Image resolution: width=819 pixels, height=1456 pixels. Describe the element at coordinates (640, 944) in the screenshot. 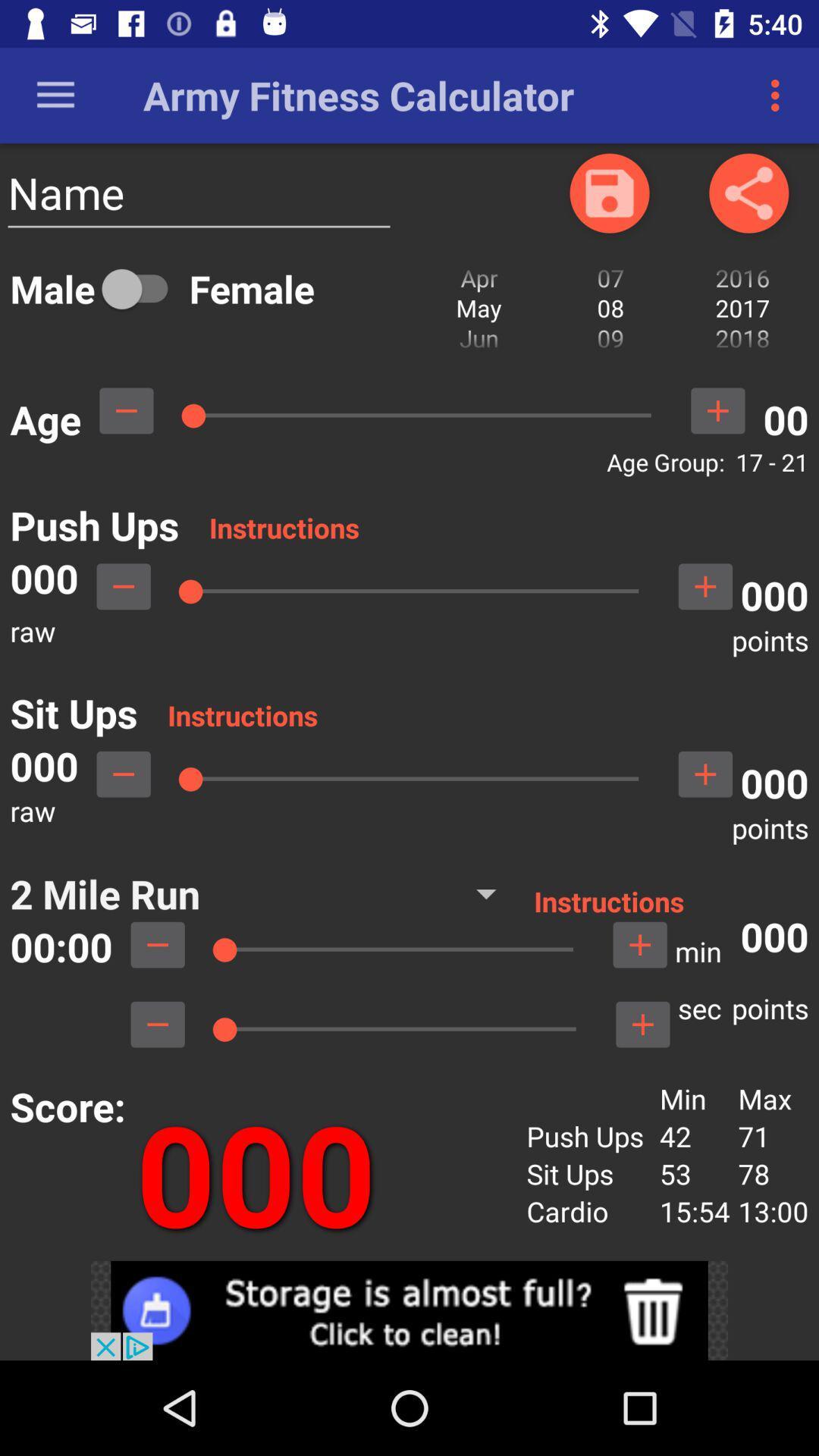

I see `increase minutes` at that location.